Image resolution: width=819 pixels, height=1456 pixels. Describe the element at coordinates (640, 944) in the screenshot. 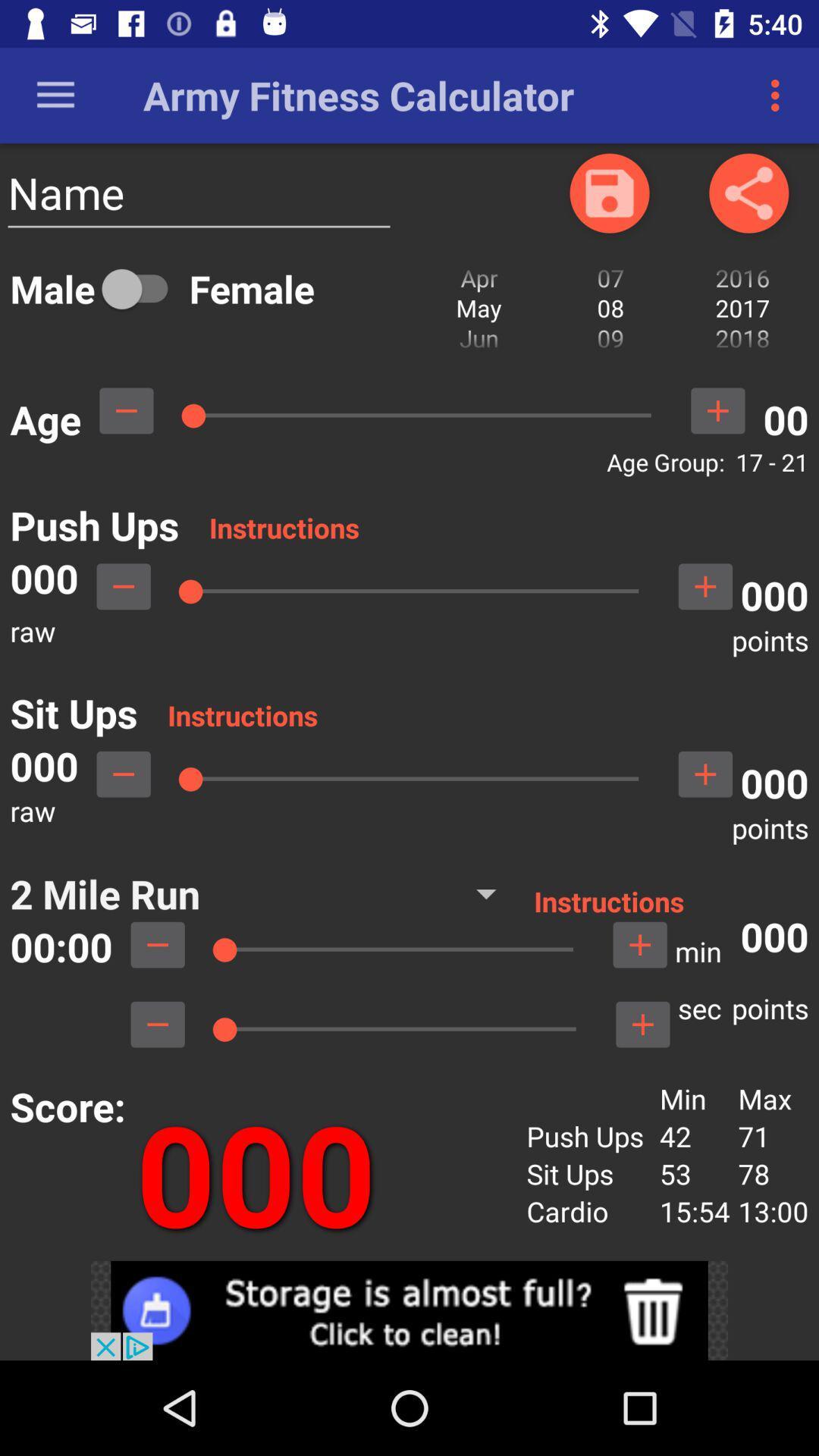

I see `increase minutes` at that location.